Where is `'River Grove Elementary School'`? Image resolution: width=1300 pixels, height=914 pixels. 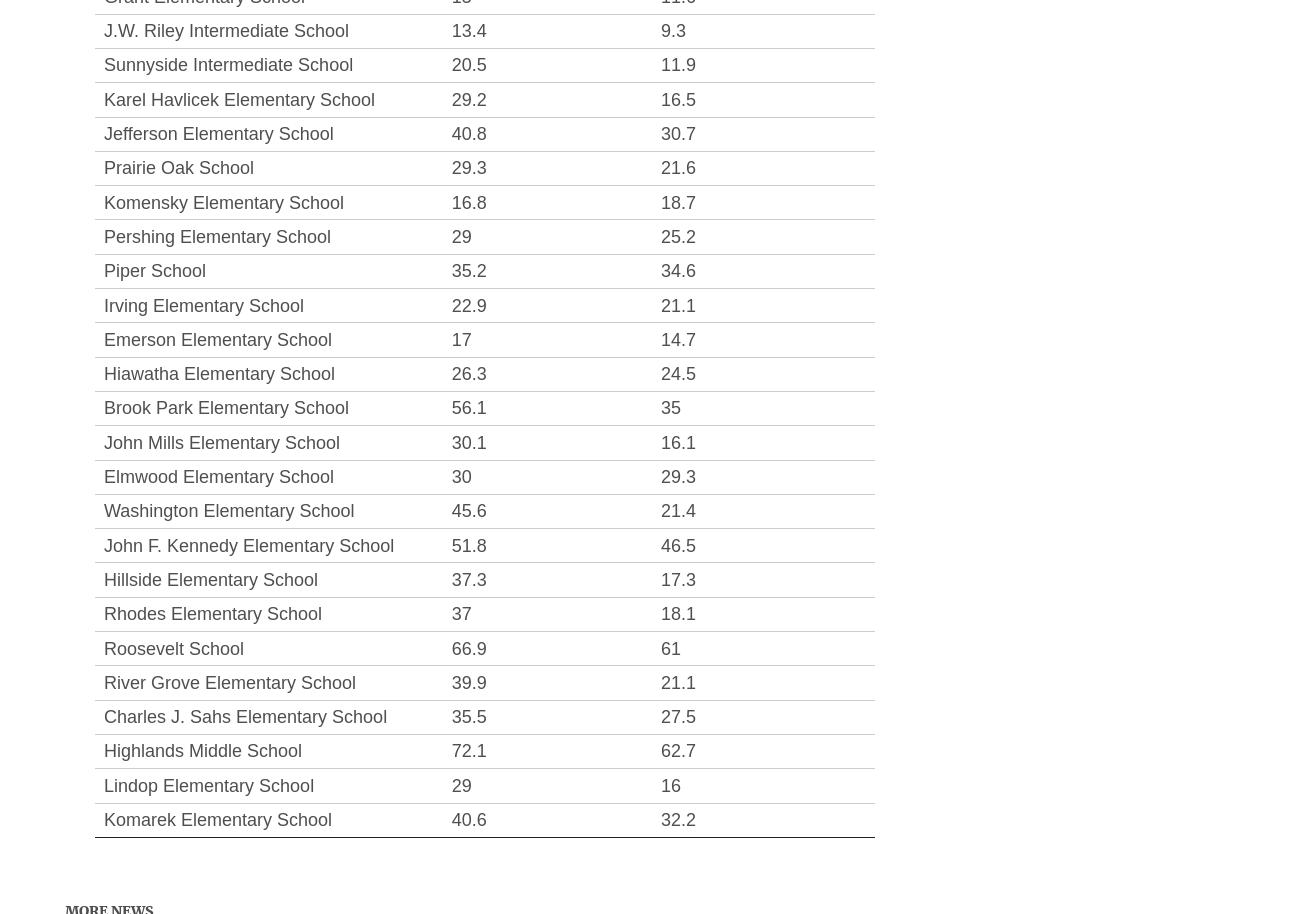 'River Grove Elementary School' is located at coordinates (104, 682).